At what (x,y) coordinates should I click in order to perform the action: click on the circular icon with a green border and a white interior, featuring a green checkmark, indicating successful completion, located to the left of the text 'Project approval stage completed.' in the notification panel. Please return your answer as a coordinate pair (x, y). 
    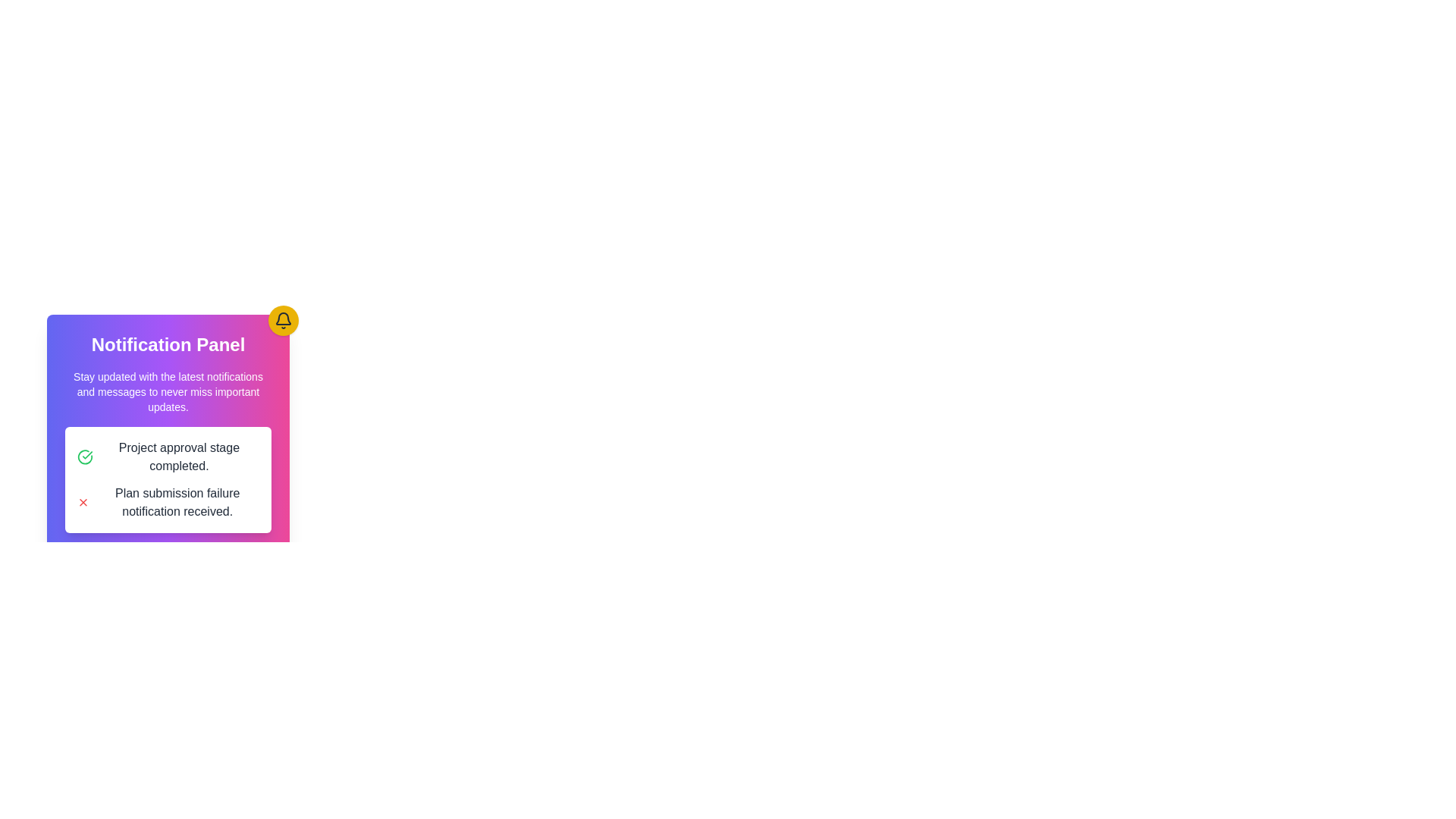
    Looking at the image, I should click on (84, 456).